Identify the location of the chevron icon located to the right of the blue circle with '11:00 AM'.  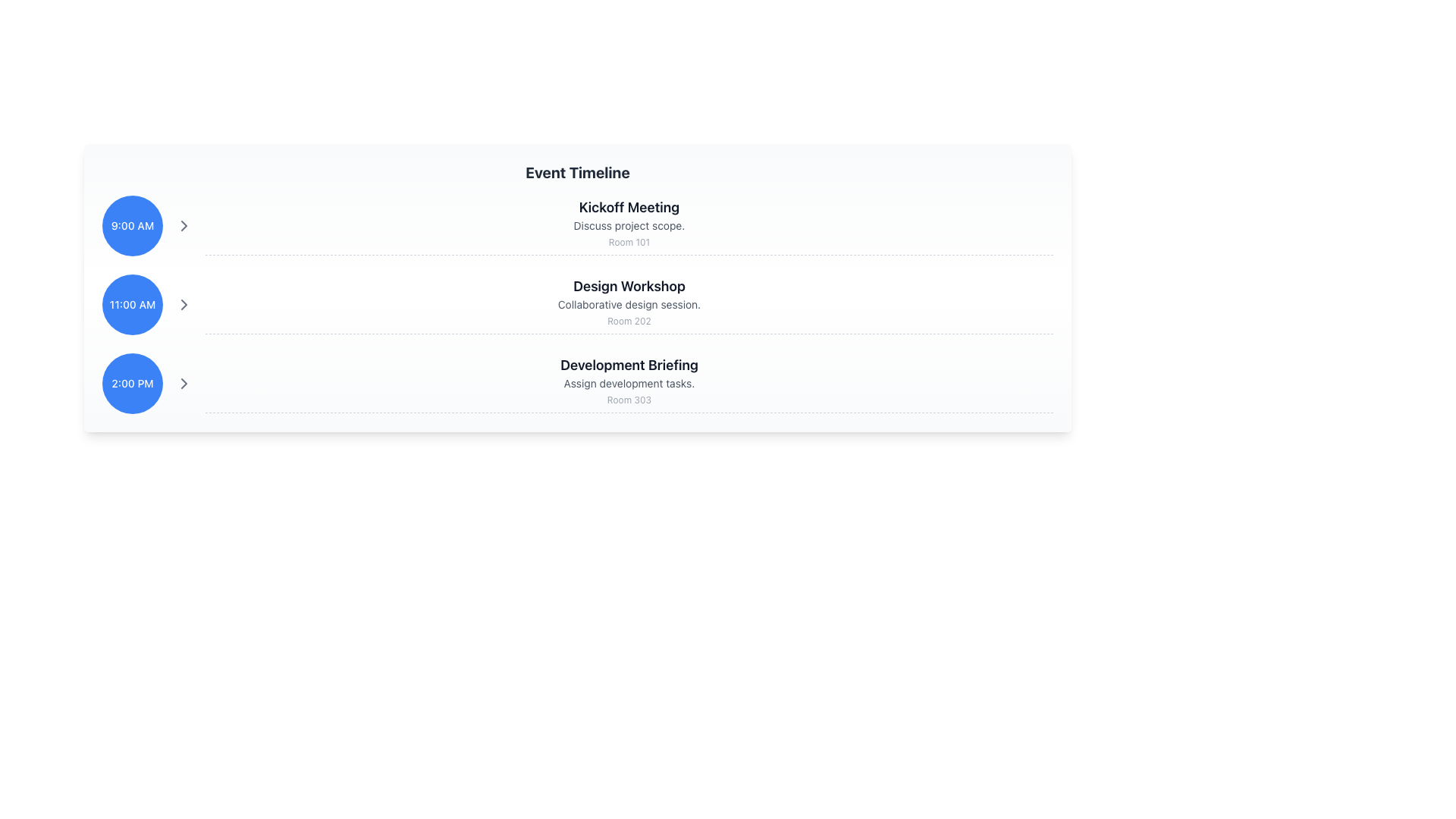
(184, 304).